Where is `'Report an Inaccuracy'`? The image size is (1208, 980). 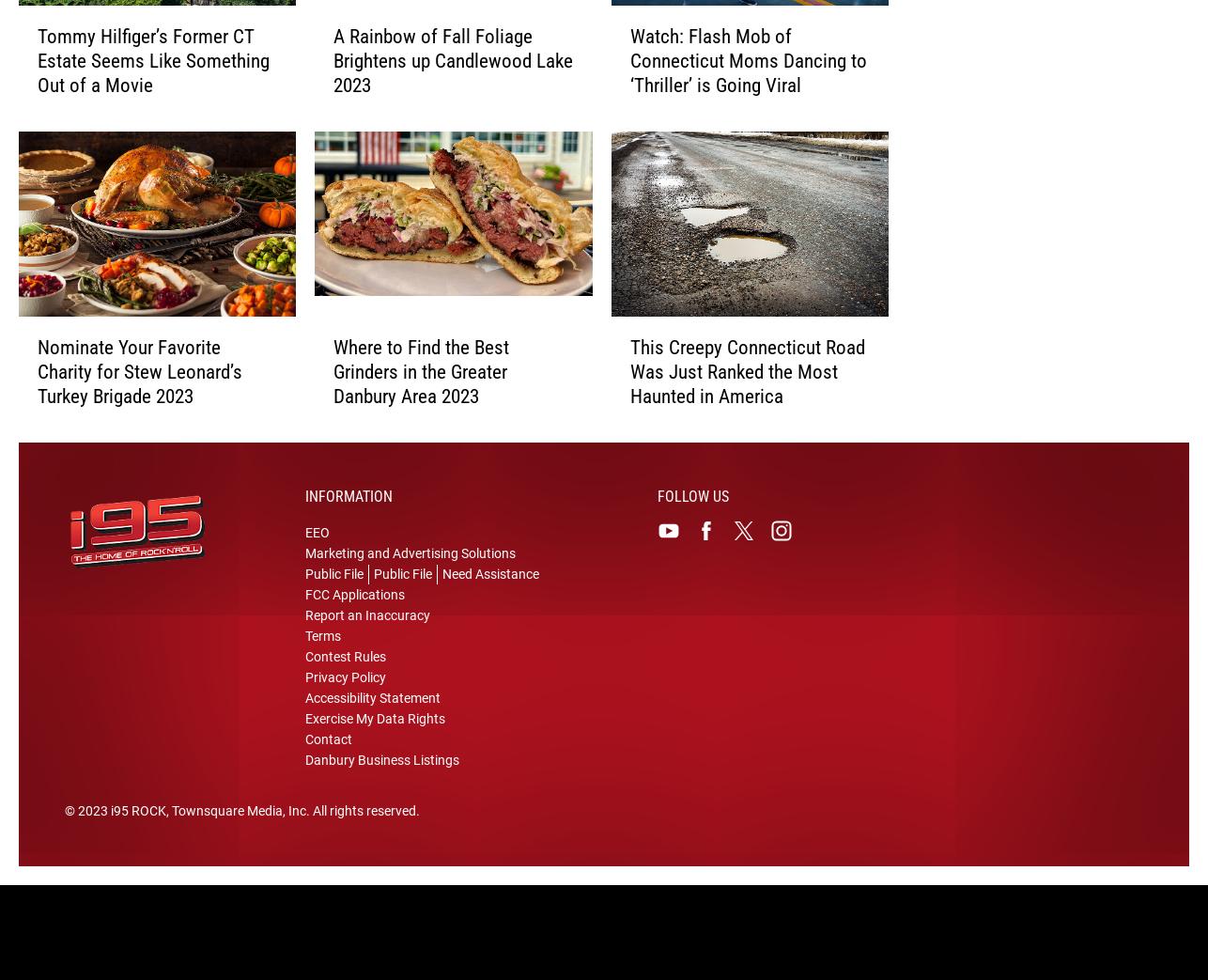 'Report an Inaccuracy' is located at coordinates (366, 627).